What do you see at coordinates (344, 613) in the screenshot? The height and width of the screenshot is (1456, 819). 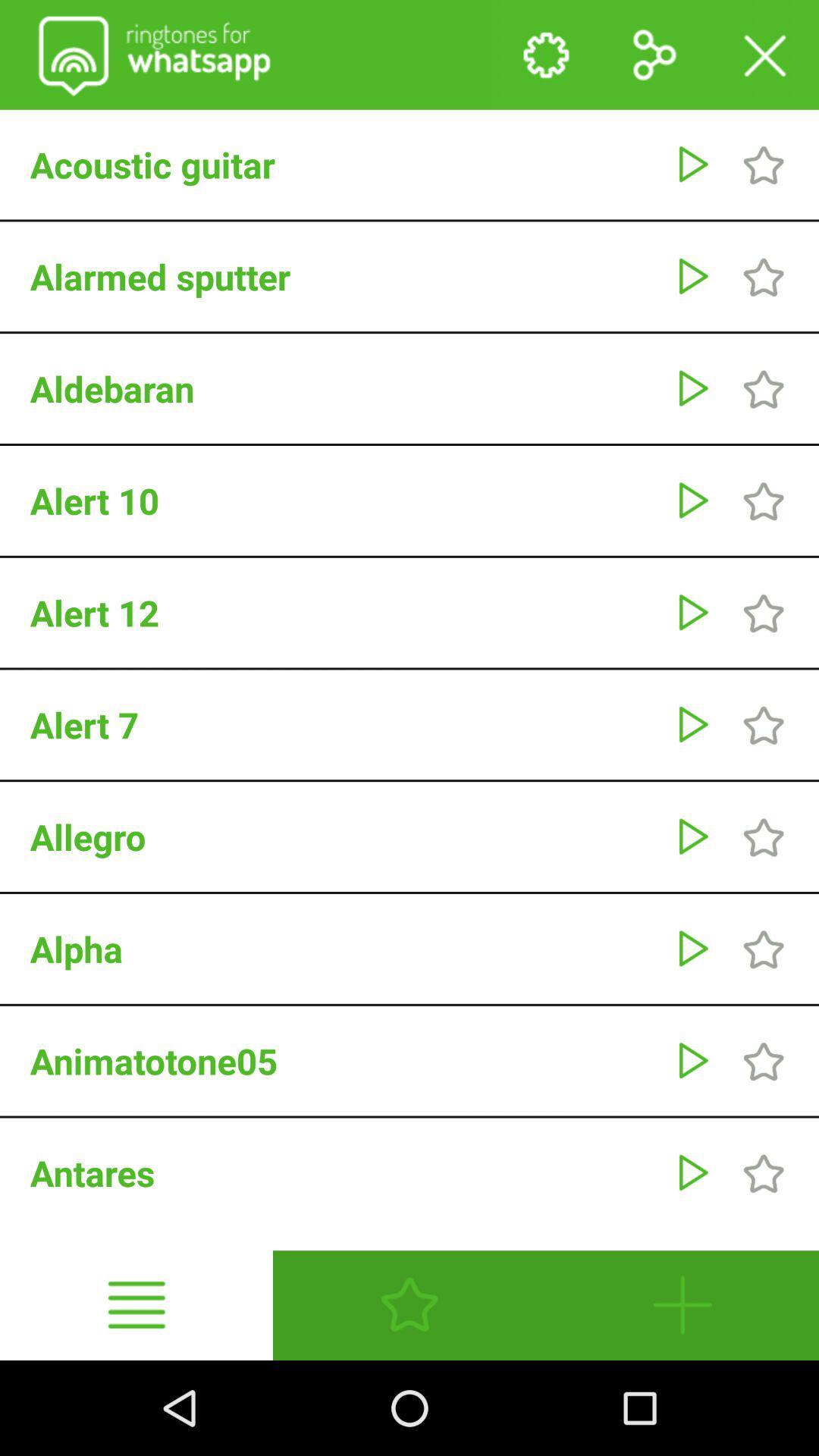 I see `alert 12 icon` at bounding box center [344, 613].